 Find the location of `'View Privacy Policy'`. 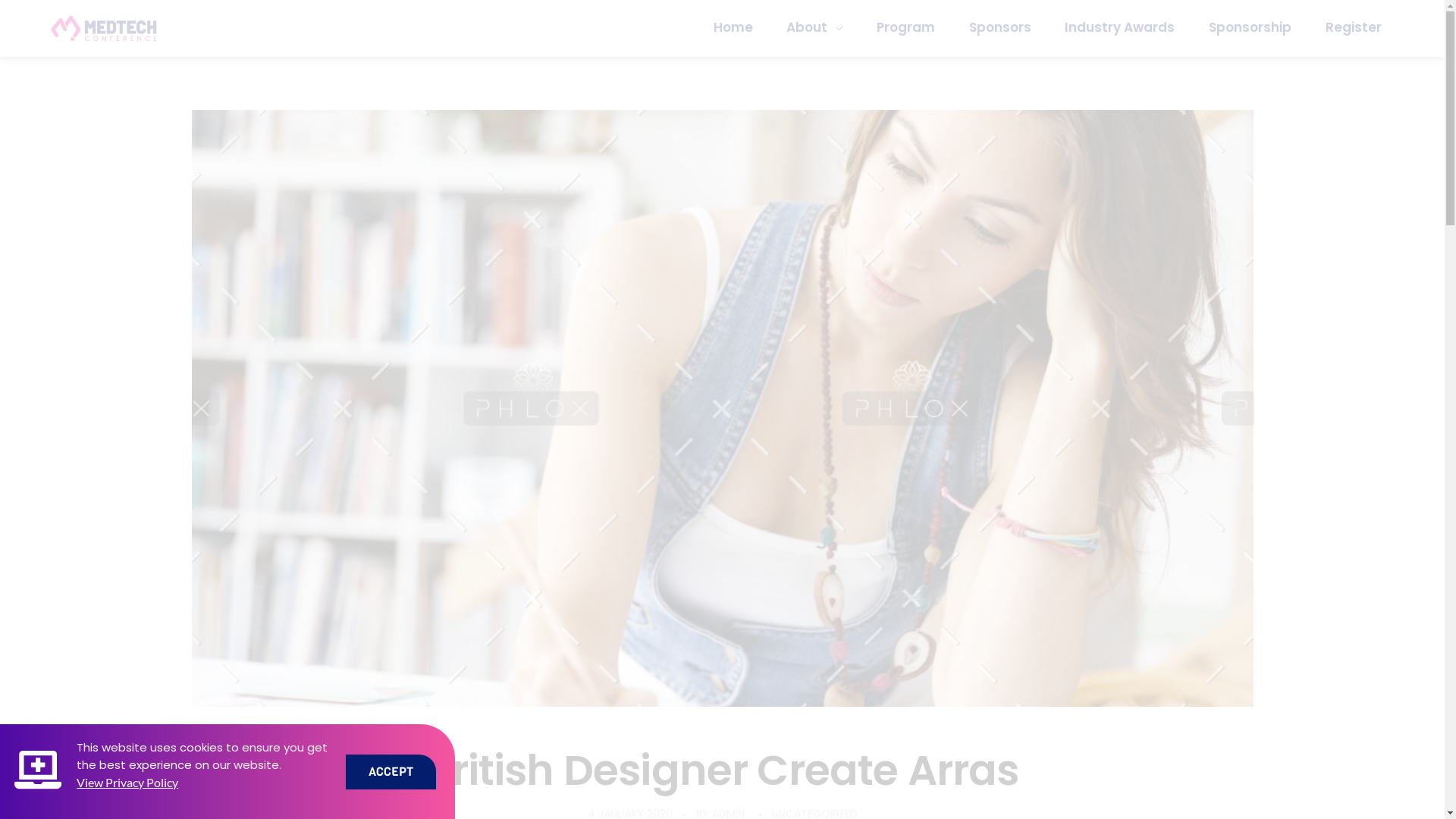

'View Privacy Policy' is located at coordinates (127, 782).